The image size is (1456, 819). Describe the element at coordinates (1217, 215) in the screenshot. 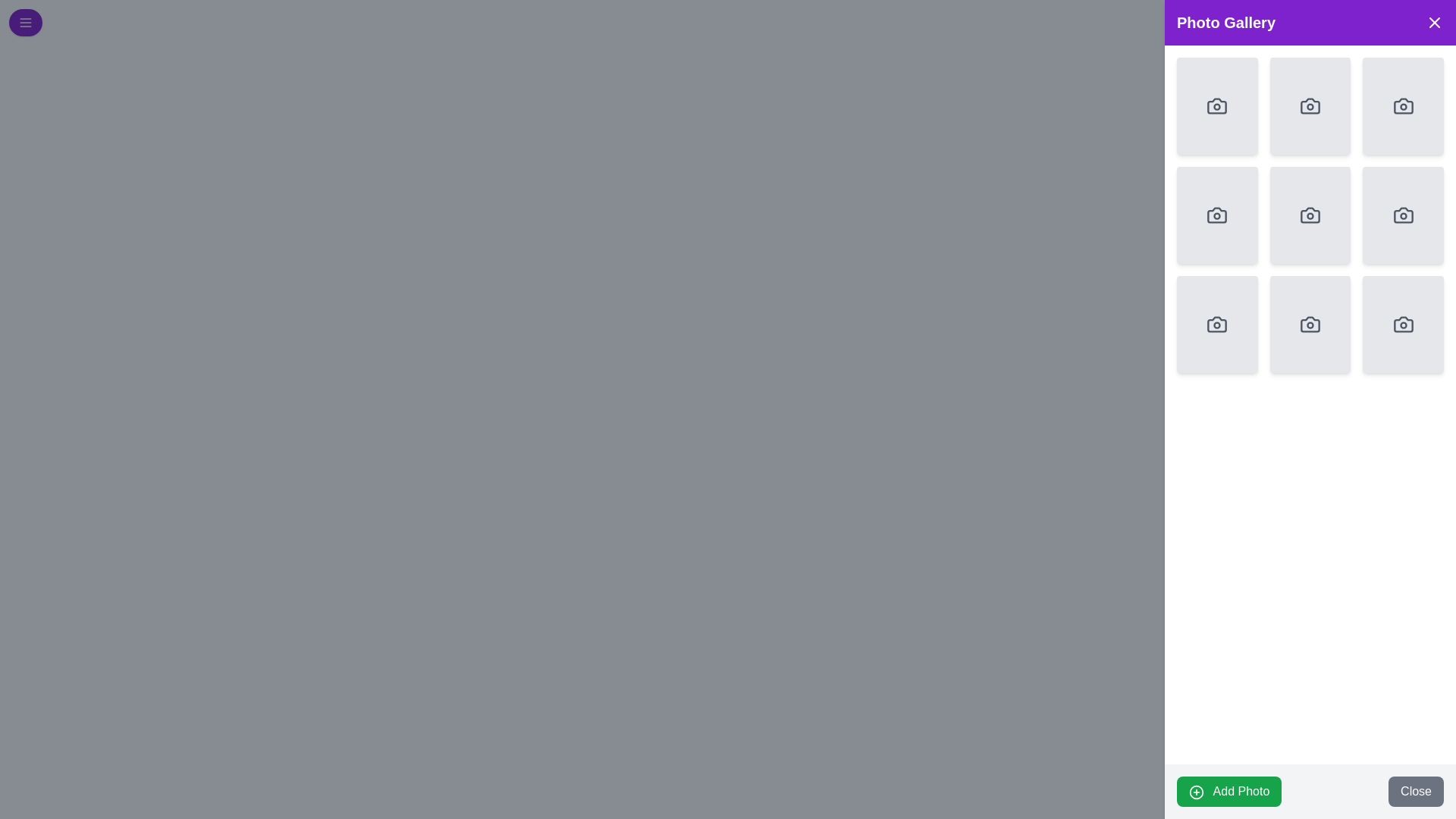

I see `the gray camera icon, which is the second item in the second row of a 3x3 grid layout` at that location.